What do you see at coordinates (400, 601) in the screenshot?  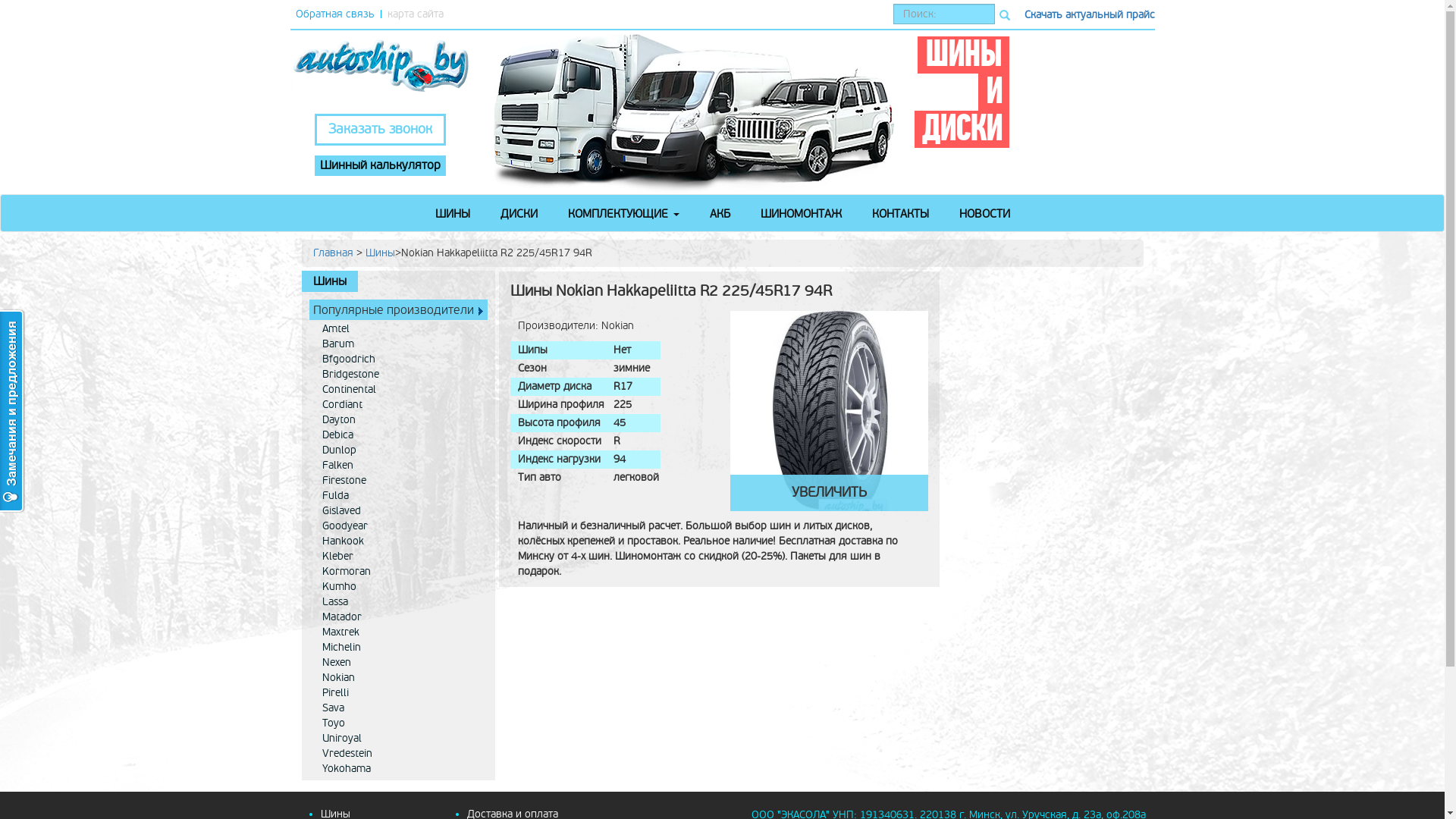 I see `'Lassa'` at bounding box center [400, 601].